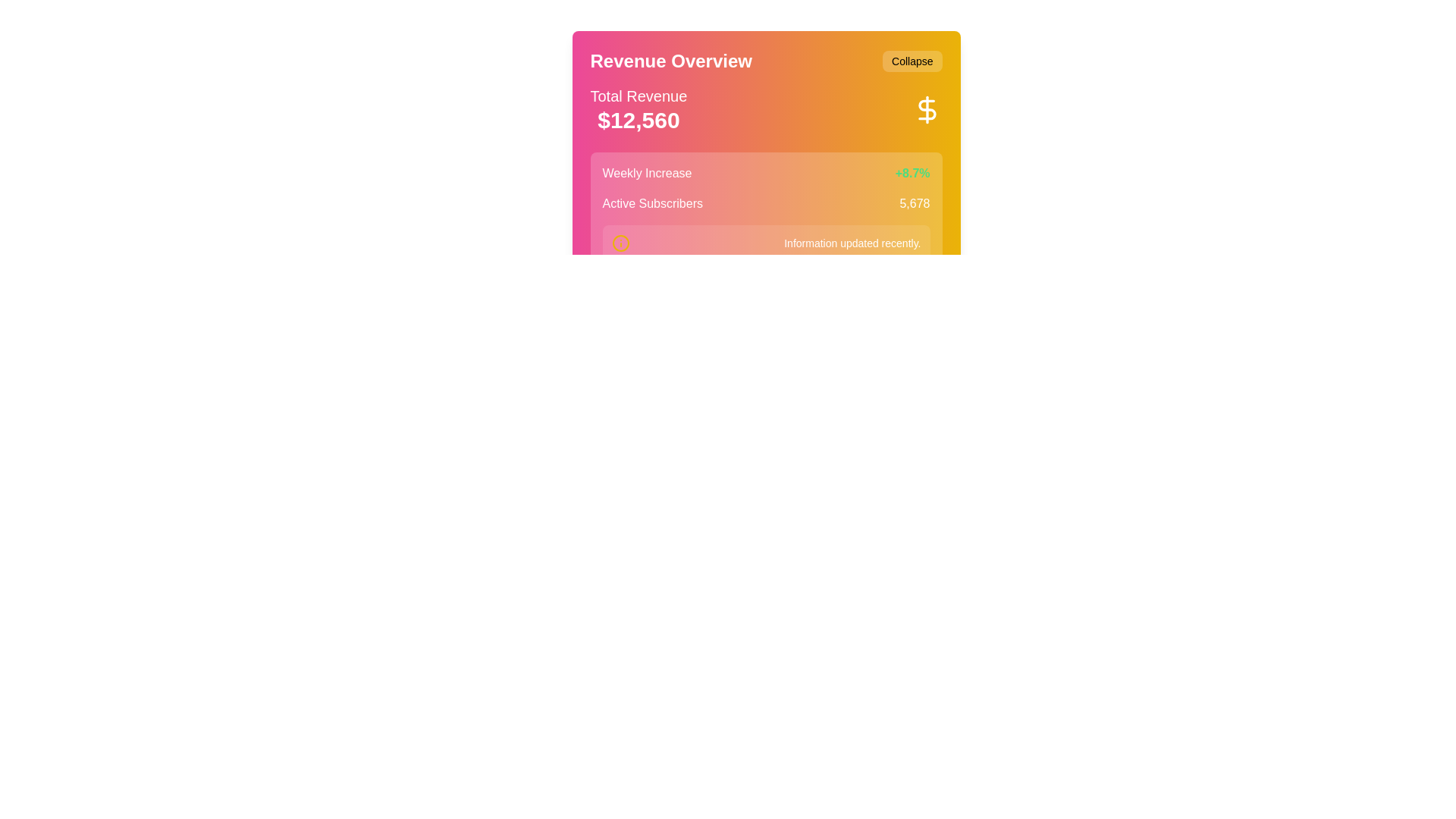 This screenshot has height=819, width=1456. What do you see at coordinates (652, 203) in the screenshot?
I see `text content of the Text Label that indicates the subscriber count, located within the 'Revenue Overview' card, positioned above the numerical value '5,678'` at bounding box center [652, 203].